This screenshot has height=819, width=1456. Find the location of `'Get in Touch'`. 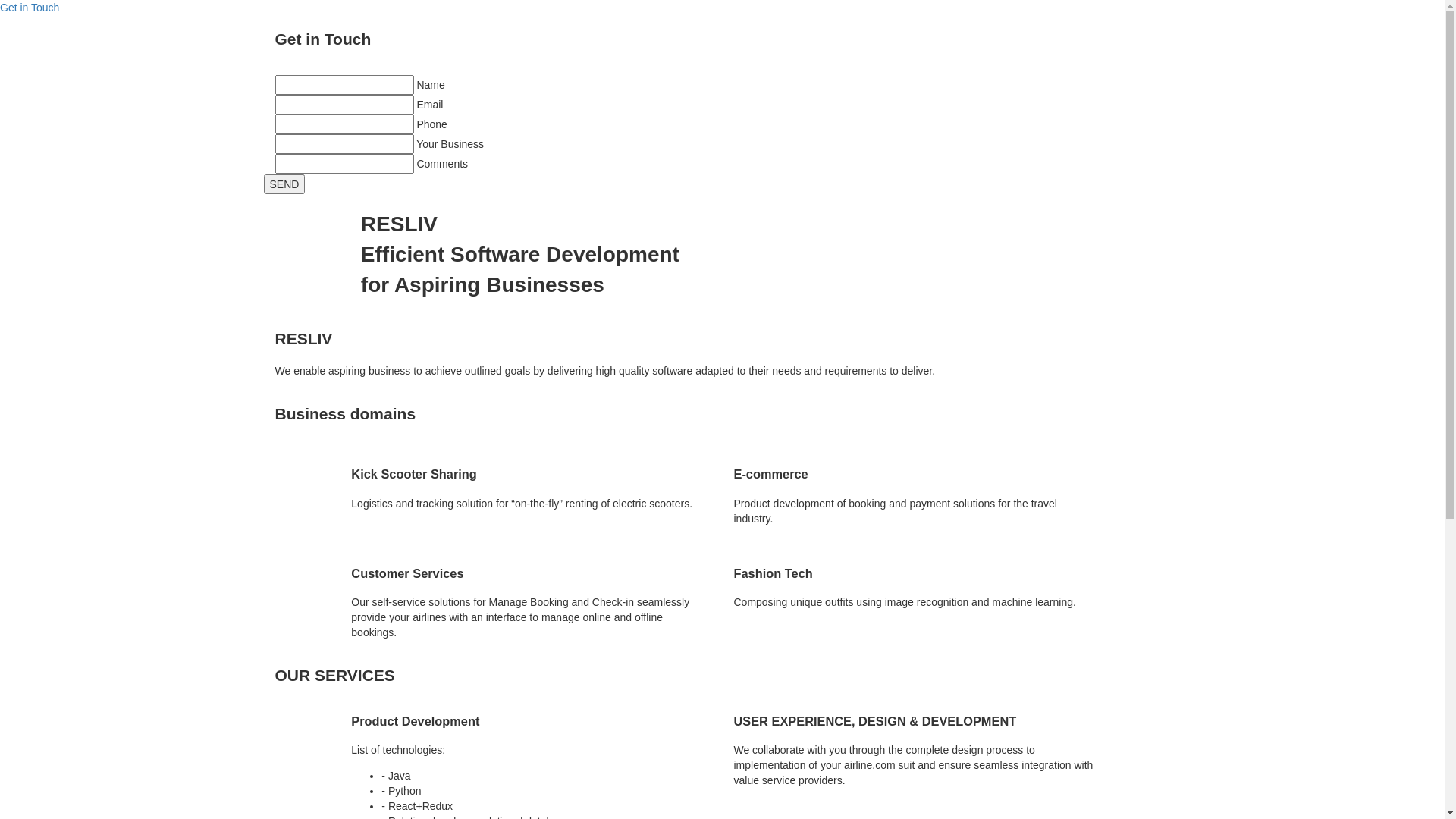

'Get in Touch' is located at coordinates (29, 8).